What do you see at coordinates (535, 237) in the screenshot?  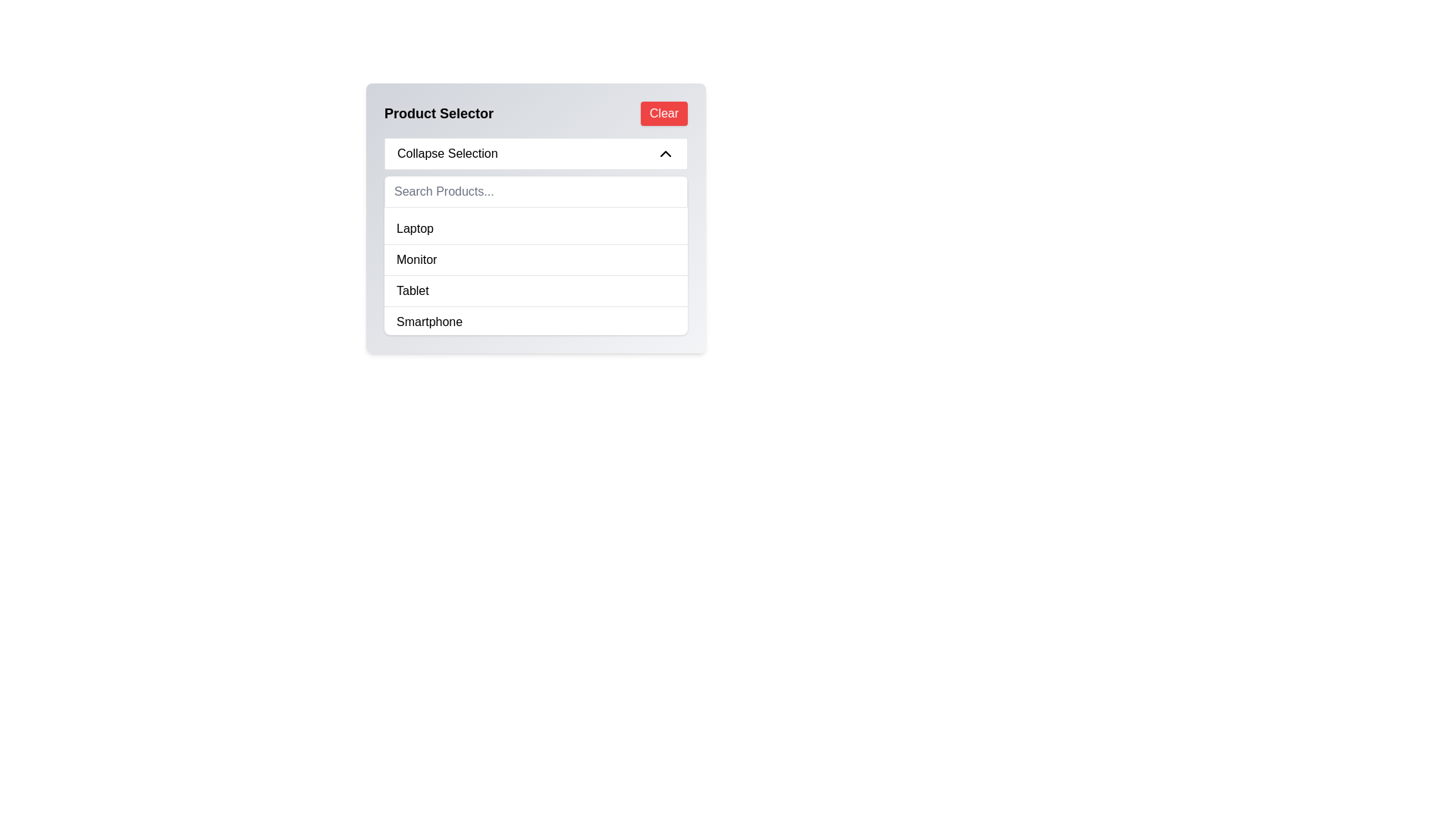 I see `to select the 'Laptop' entry in the dropdown list, which is the first item in the 'Product Selector' UI component` at bounding box center [535, 237].